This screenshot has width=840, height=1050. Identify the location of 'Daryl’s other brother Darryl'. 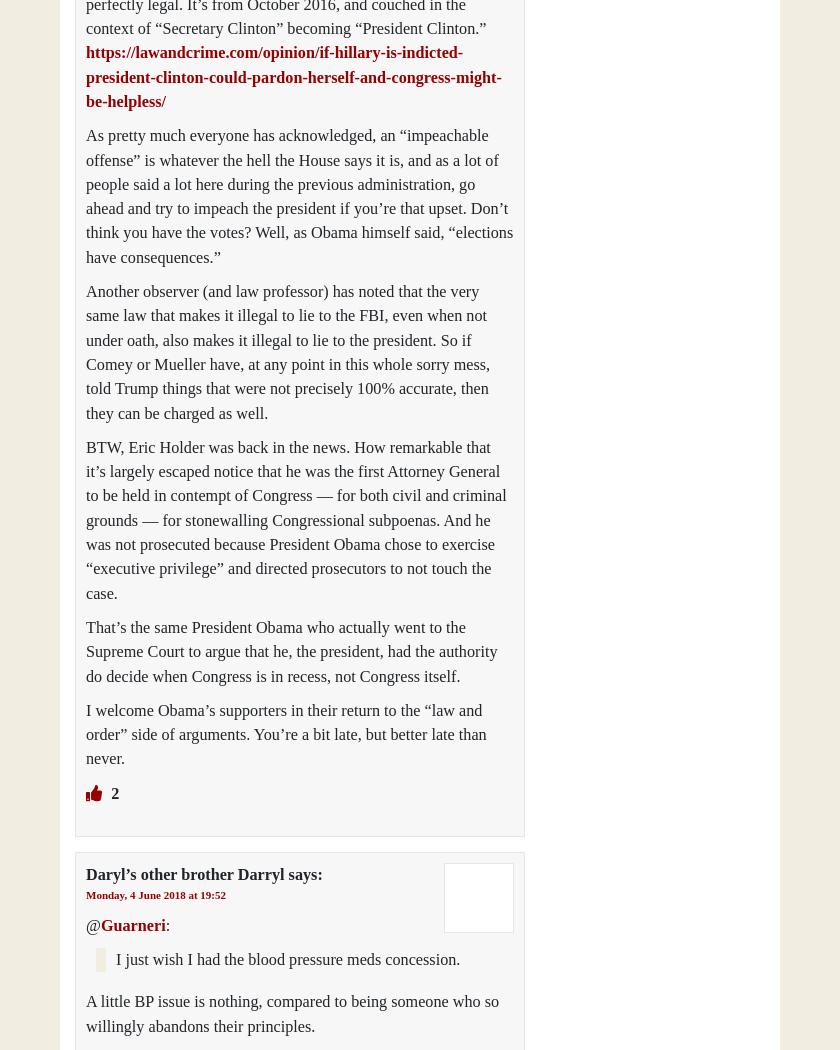
(184, 873).